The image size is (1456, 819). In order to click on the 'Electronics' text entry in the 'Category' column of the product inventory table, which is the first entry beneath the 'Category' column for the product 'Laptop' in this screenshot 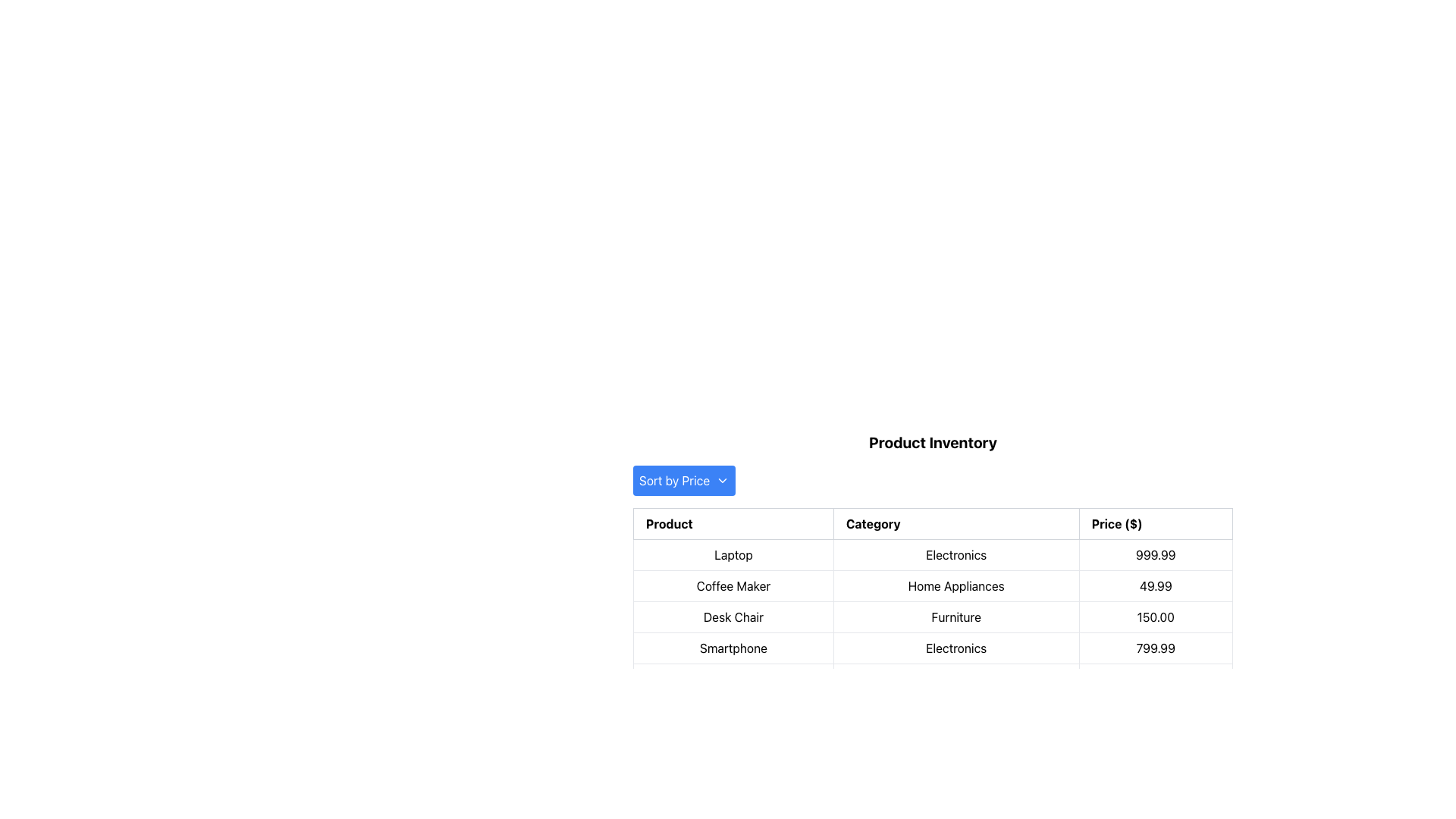, I will do `click(932, 563)`.